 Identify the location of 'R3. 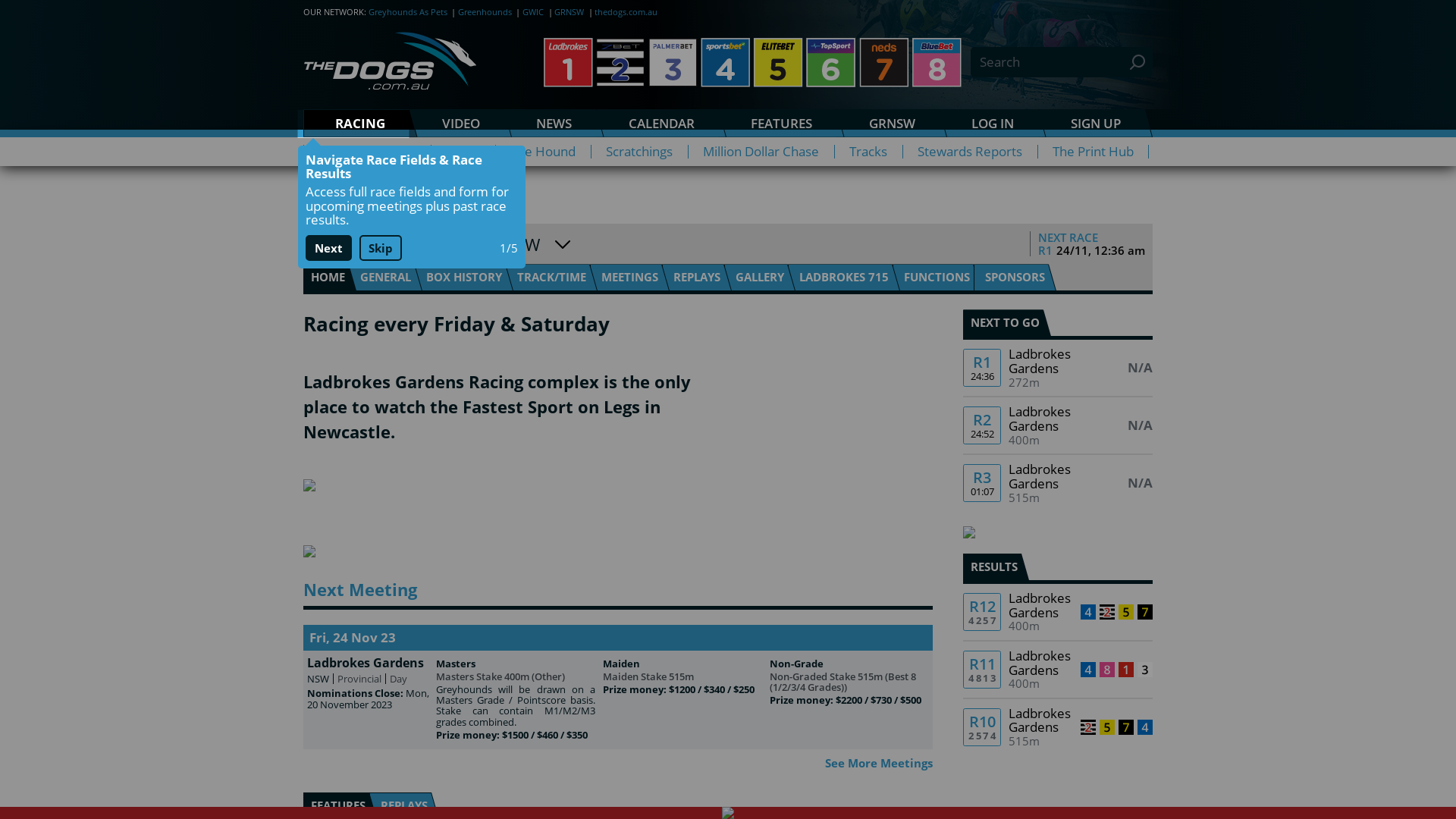
(1057, 482).